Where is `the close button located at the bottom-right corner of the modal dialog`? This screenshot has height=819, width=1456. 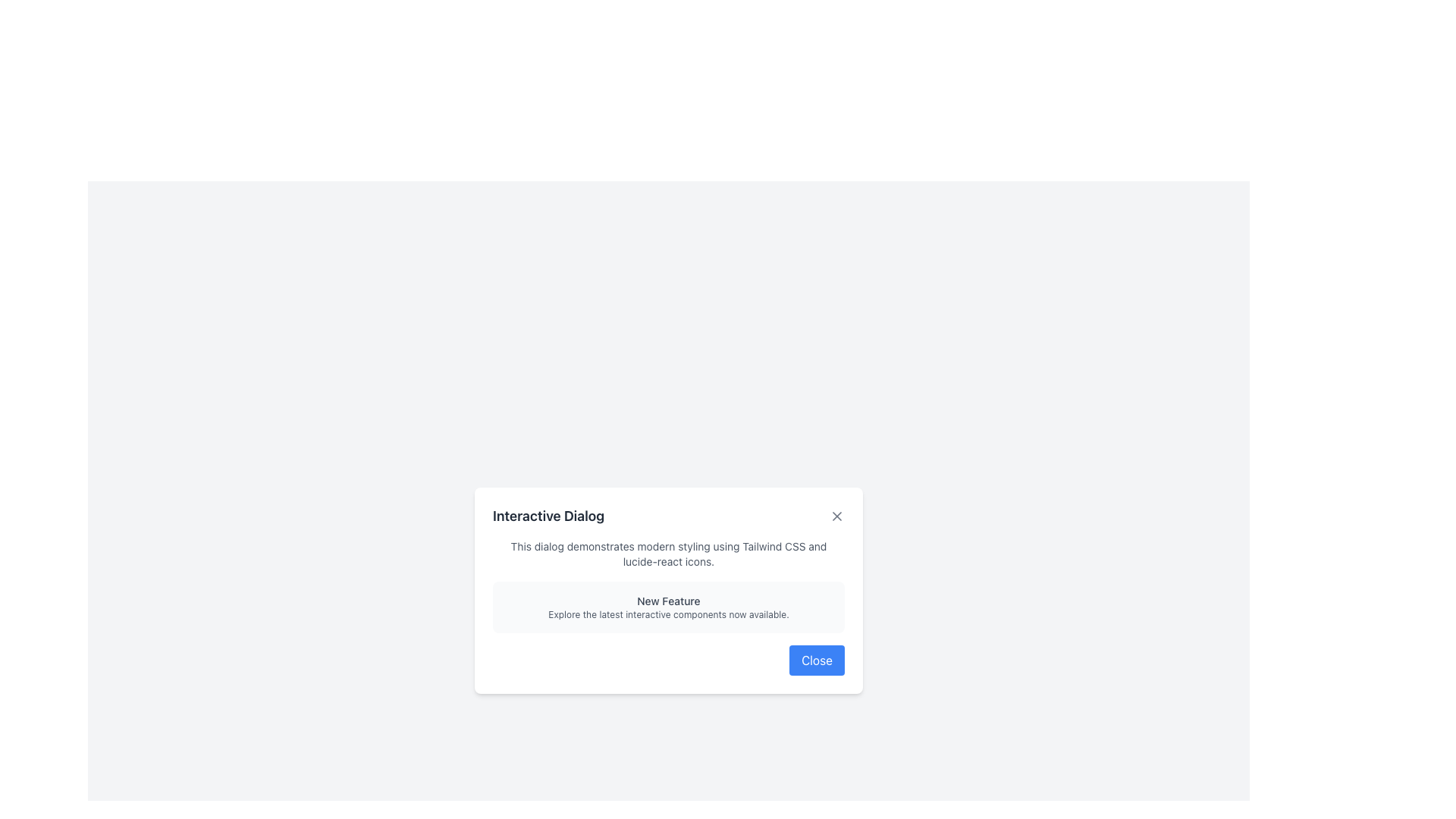 the close button located at the bottom-right corner of the modal dialog is located at coordinates (816, 660).